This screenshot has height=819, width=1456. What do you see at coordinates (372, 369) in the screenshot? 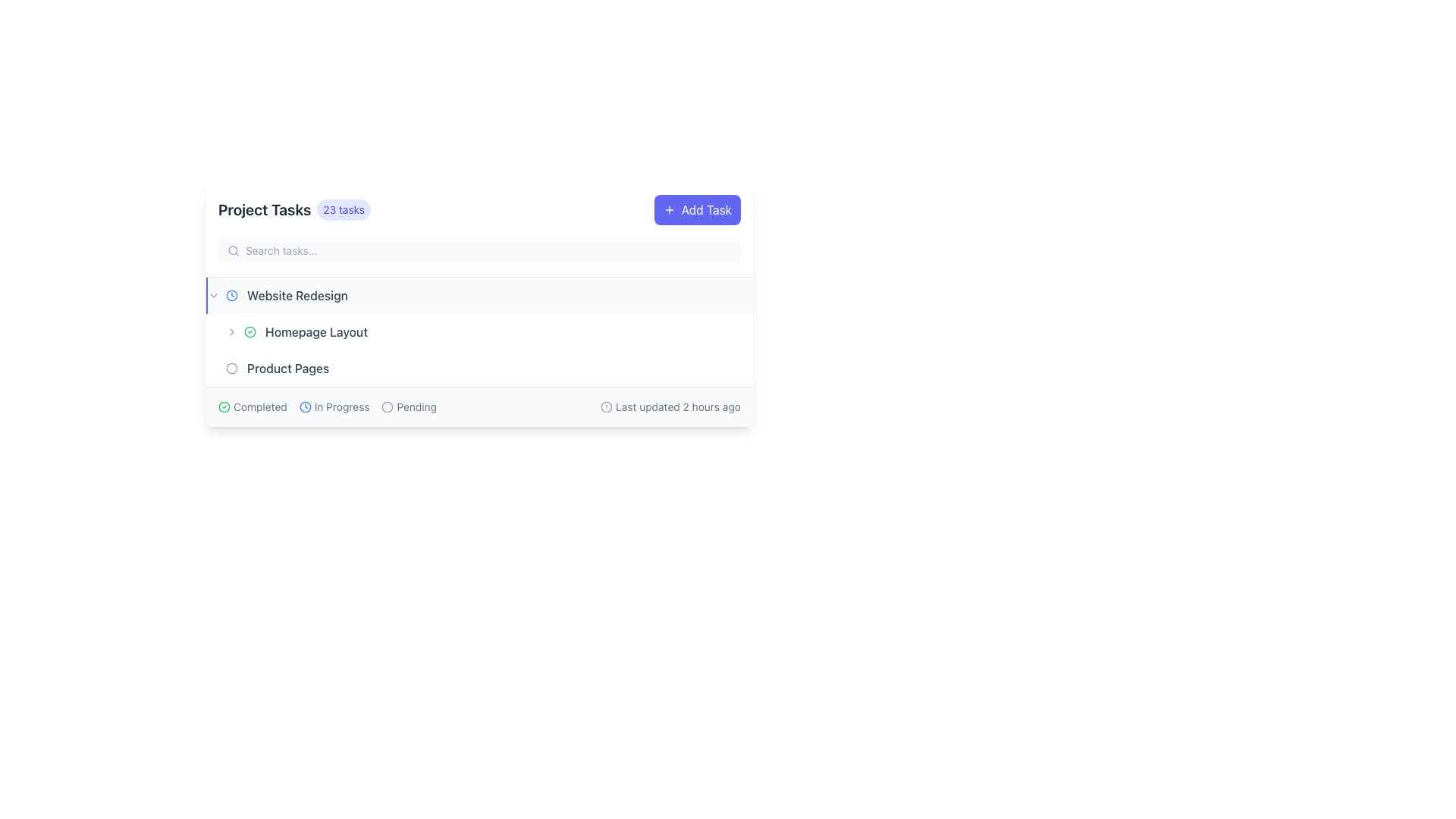
I see `the 'Product Pages' navigation link located below the 'Homepage Layout' header` at bounding box center [372, 369].